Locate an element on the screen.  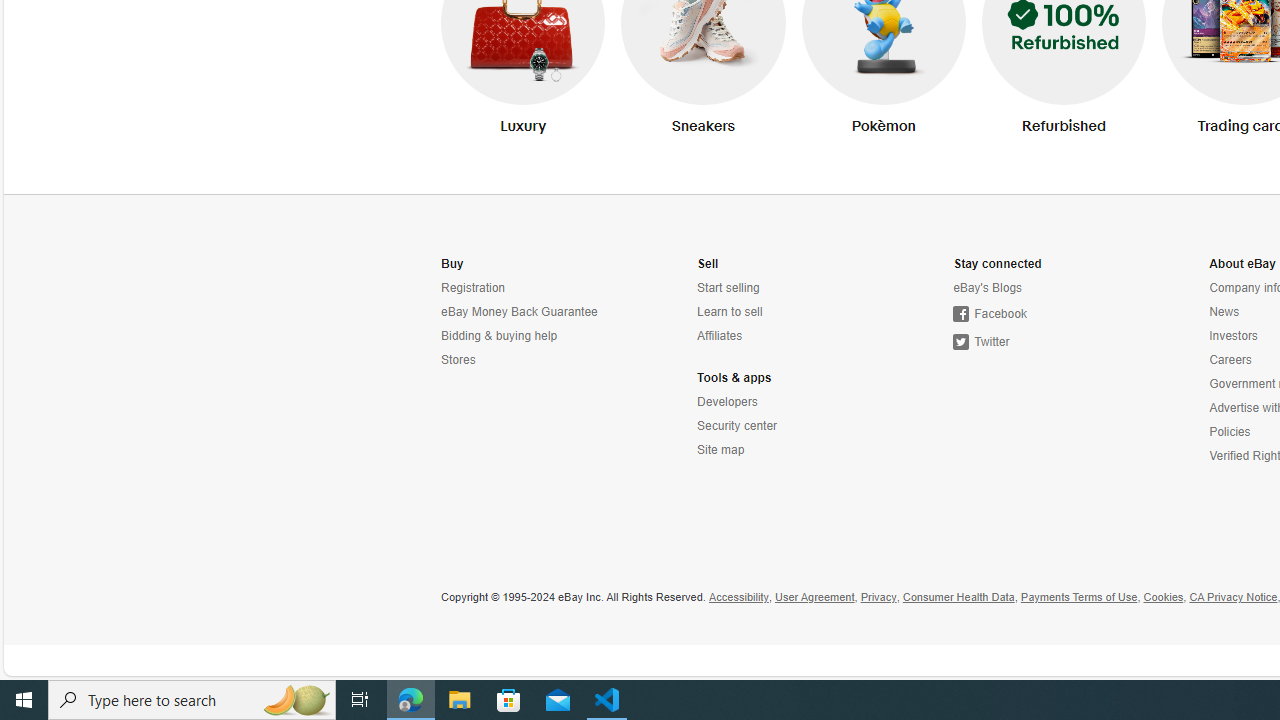
'About eBay' is located at coordinates (1241, 263).